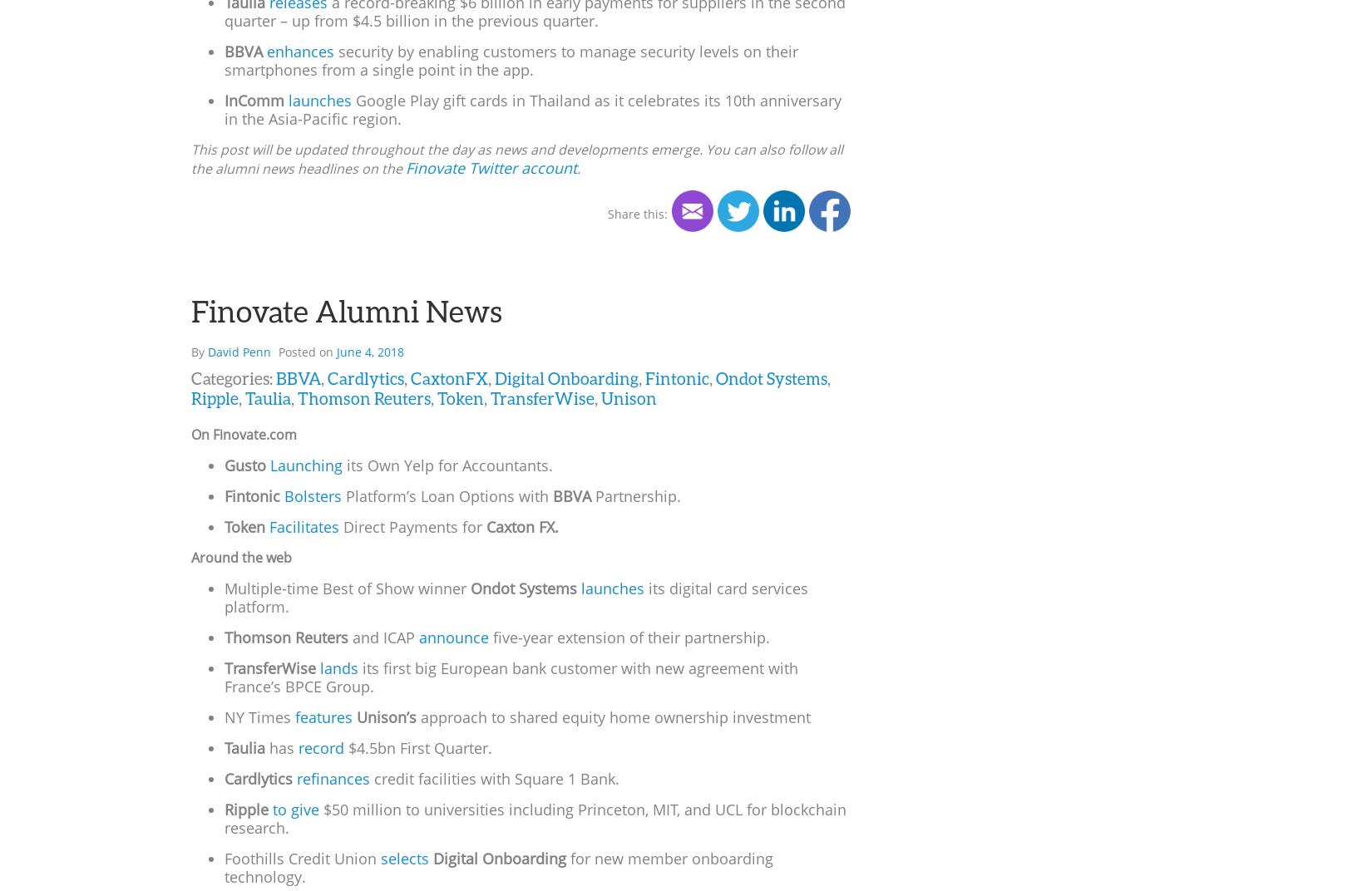 The height and width of the screenshot is (891, 1372). What do you see at coordinates (239, 350) in the screenshot?
I see `'David Penn'` at bounding box center [239, 350].